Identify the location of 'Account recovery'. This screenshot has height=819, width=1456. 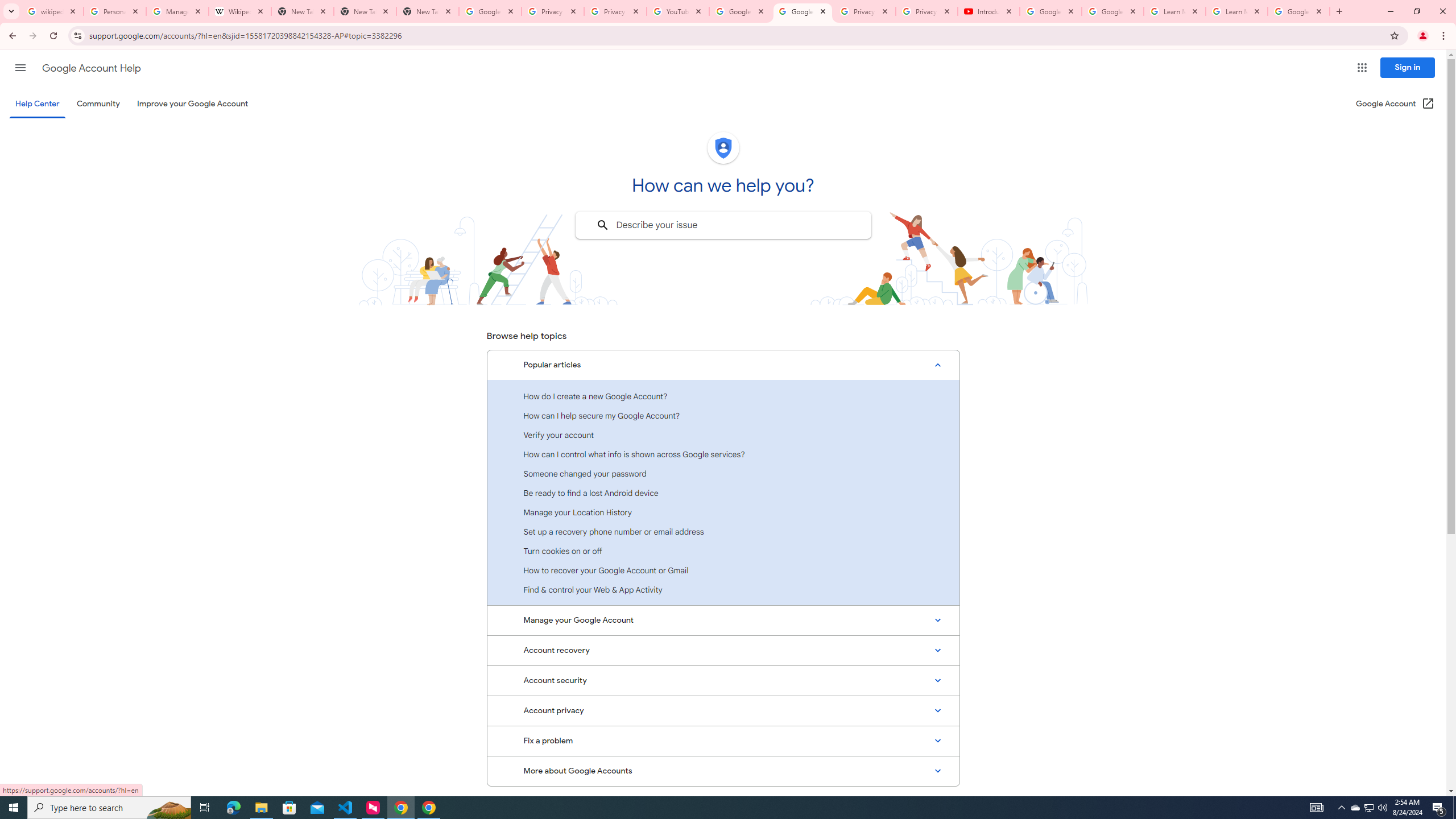
(723, 650).